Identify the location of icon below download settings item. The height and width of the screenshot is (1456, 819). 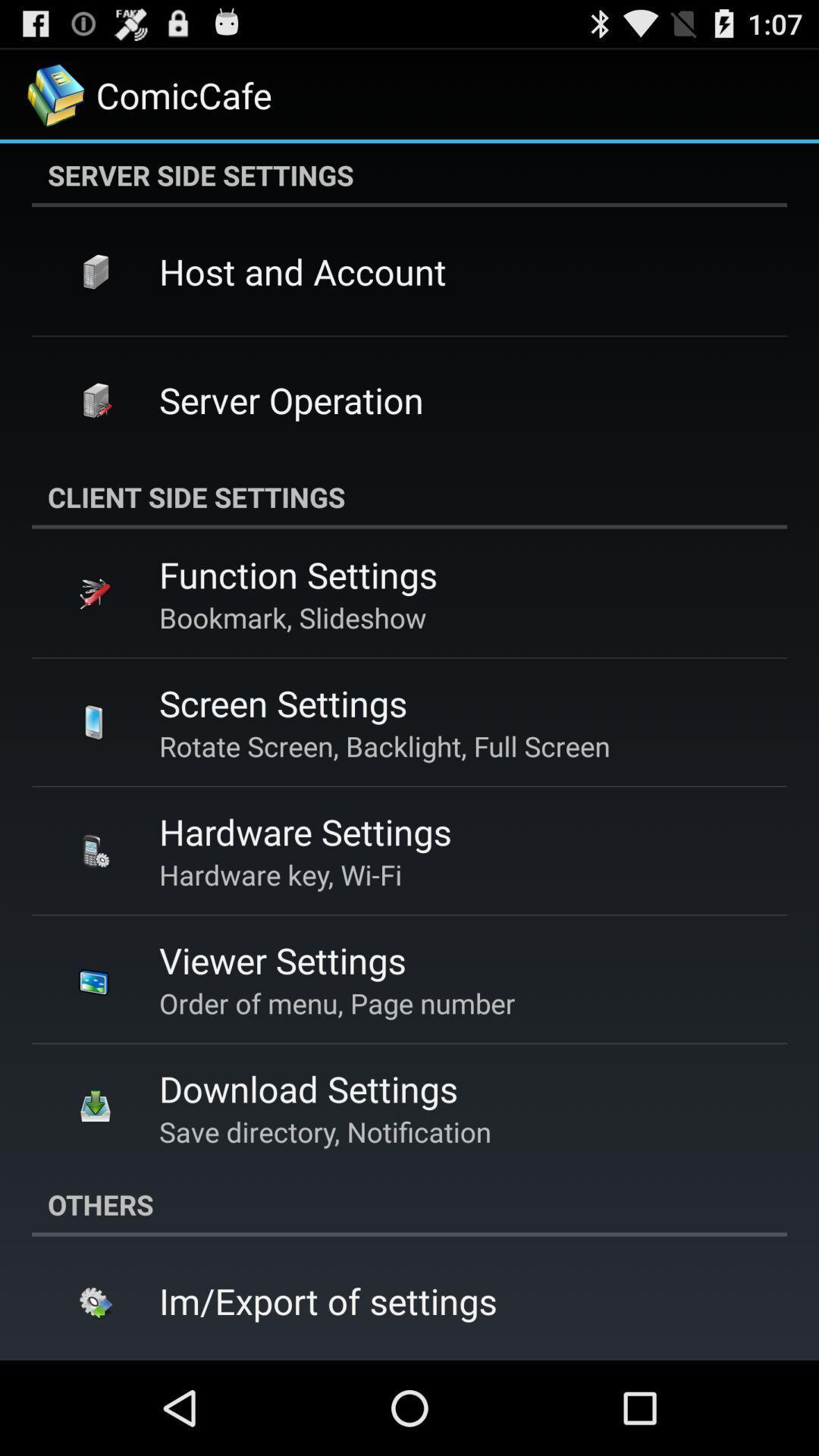
(324, 1131).